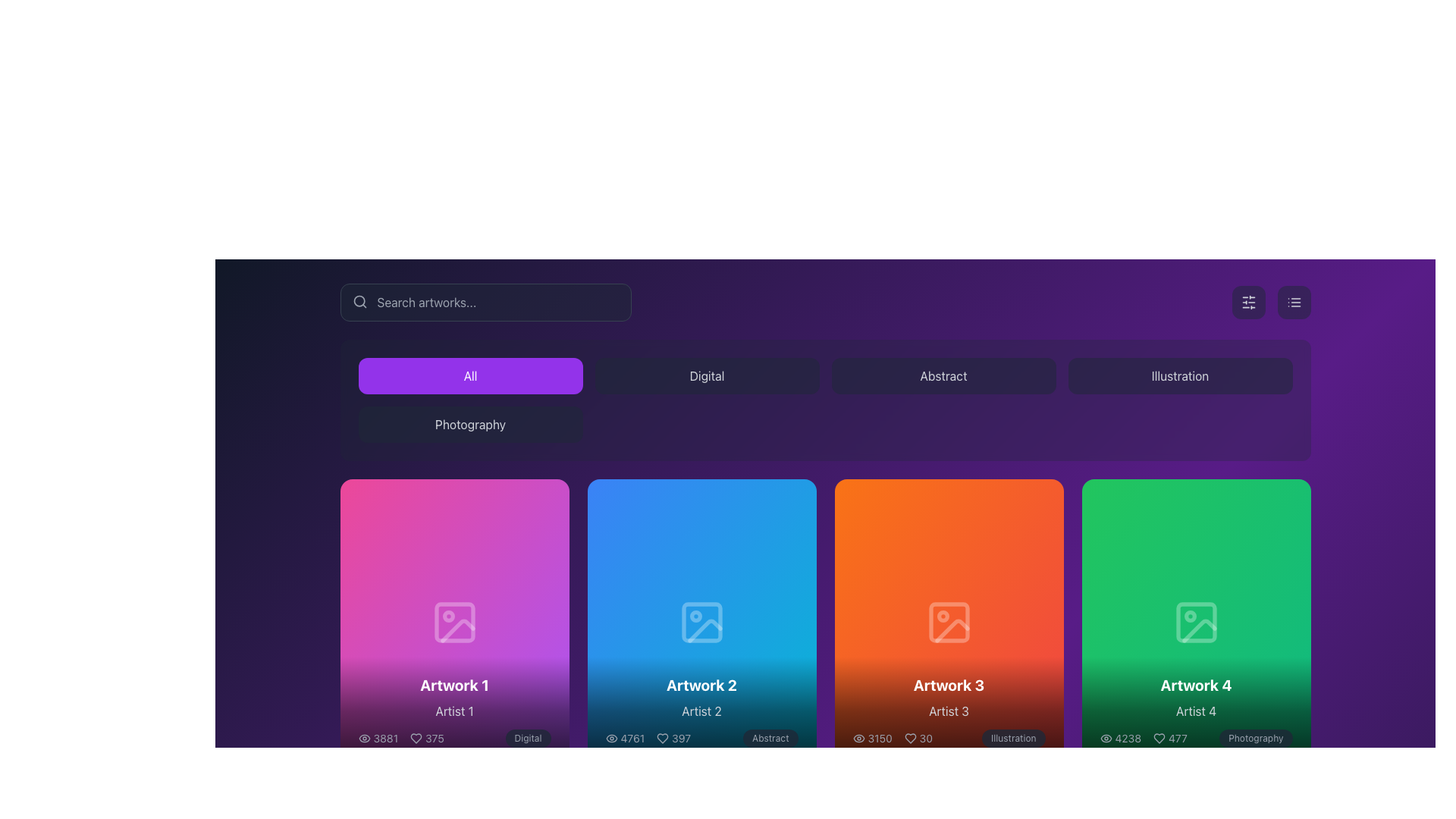 The width and height of the screenshot is (1456, 819). What do you see at coordinates (701, 622) in the screenshot?
I see `the Tile or Card representing 'Artwork 2' by 'Artist 2'` at bounding box center [701, 622].